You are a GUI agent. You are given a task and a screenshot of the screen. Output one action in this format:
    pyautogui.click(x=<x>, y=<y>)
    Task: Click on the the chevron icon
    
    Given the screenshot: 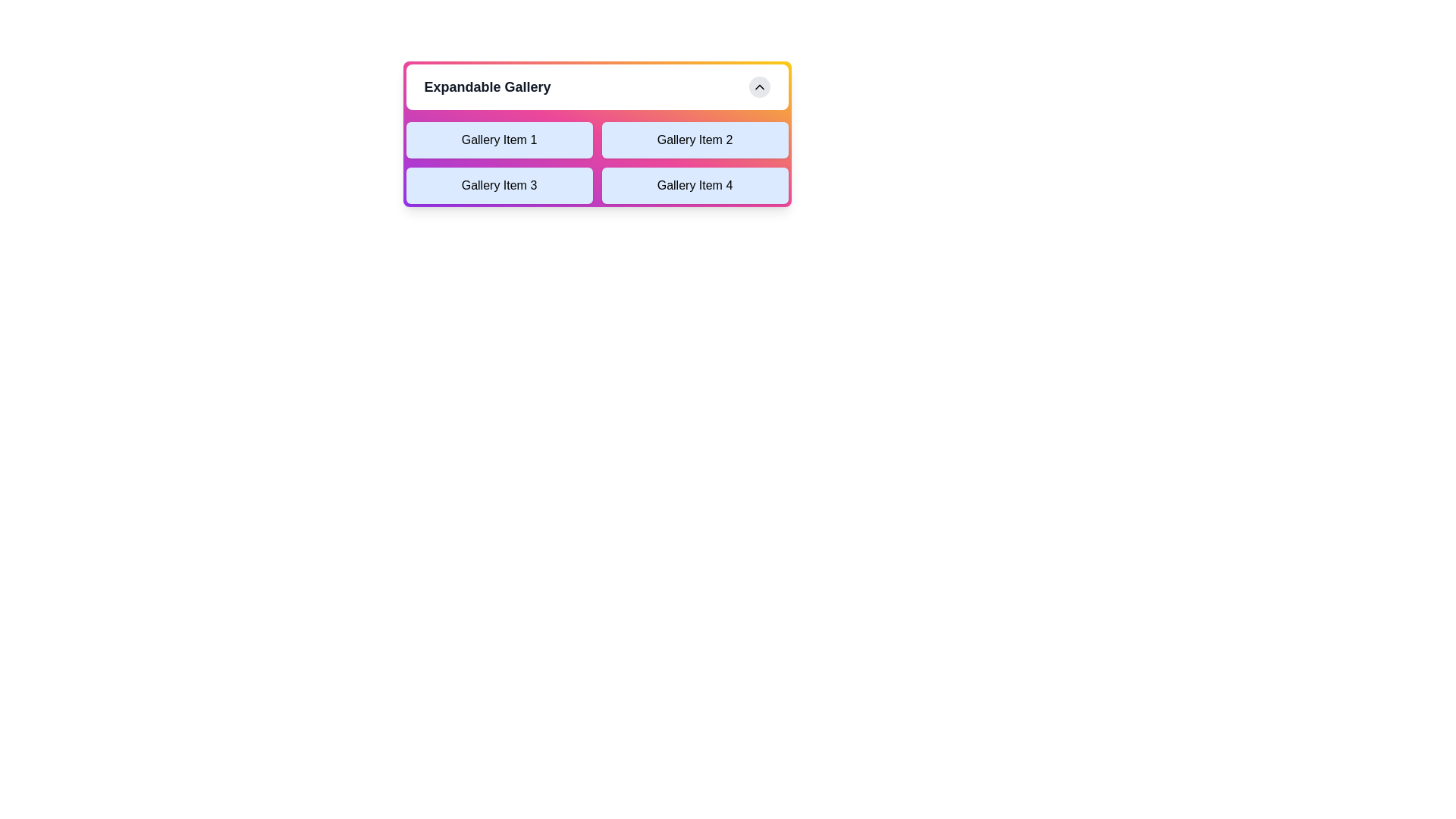 What is the action you would take?
    pyautogui.click(x=759, y=87)
    